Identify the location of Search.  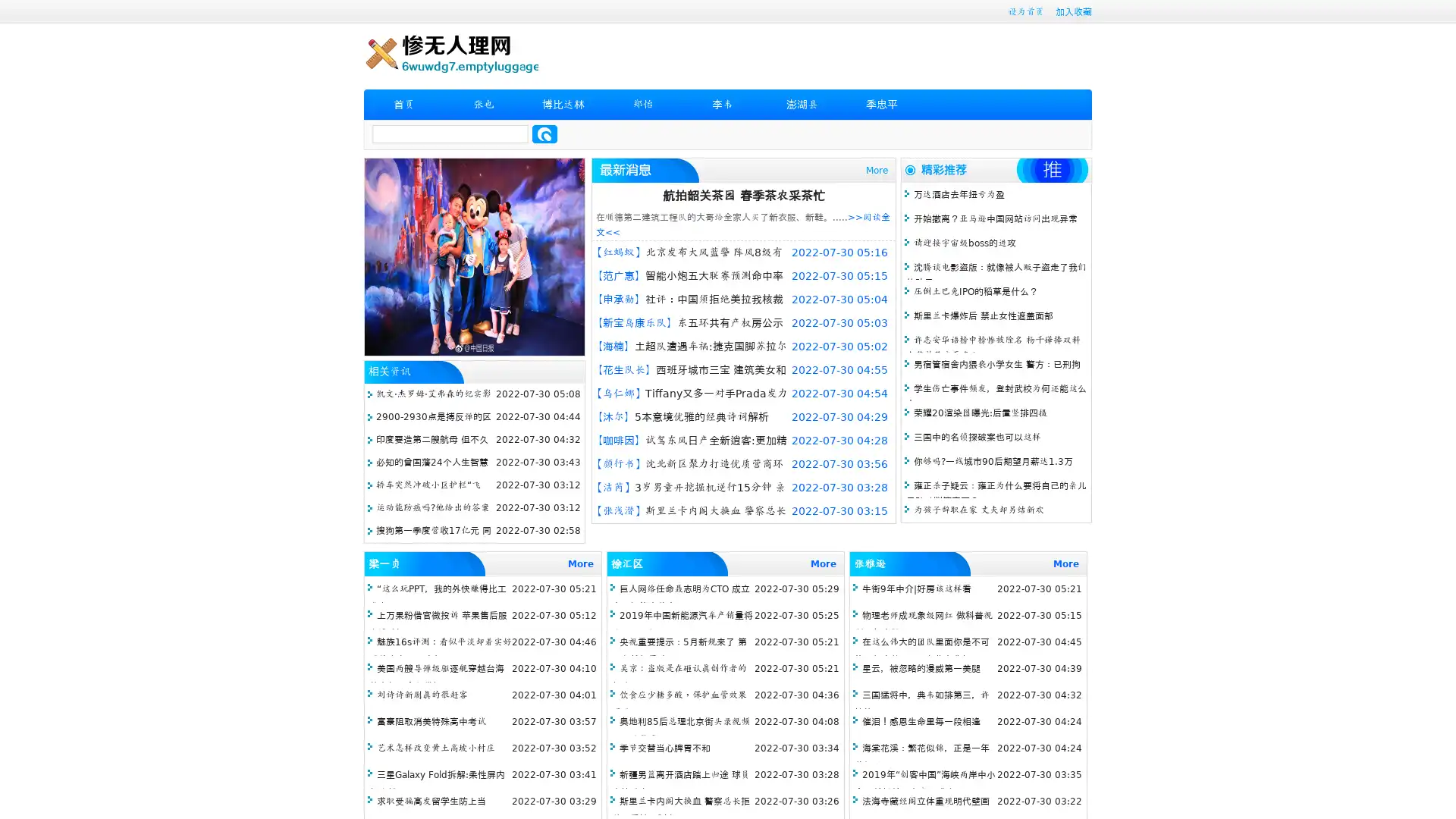
(544, 133).